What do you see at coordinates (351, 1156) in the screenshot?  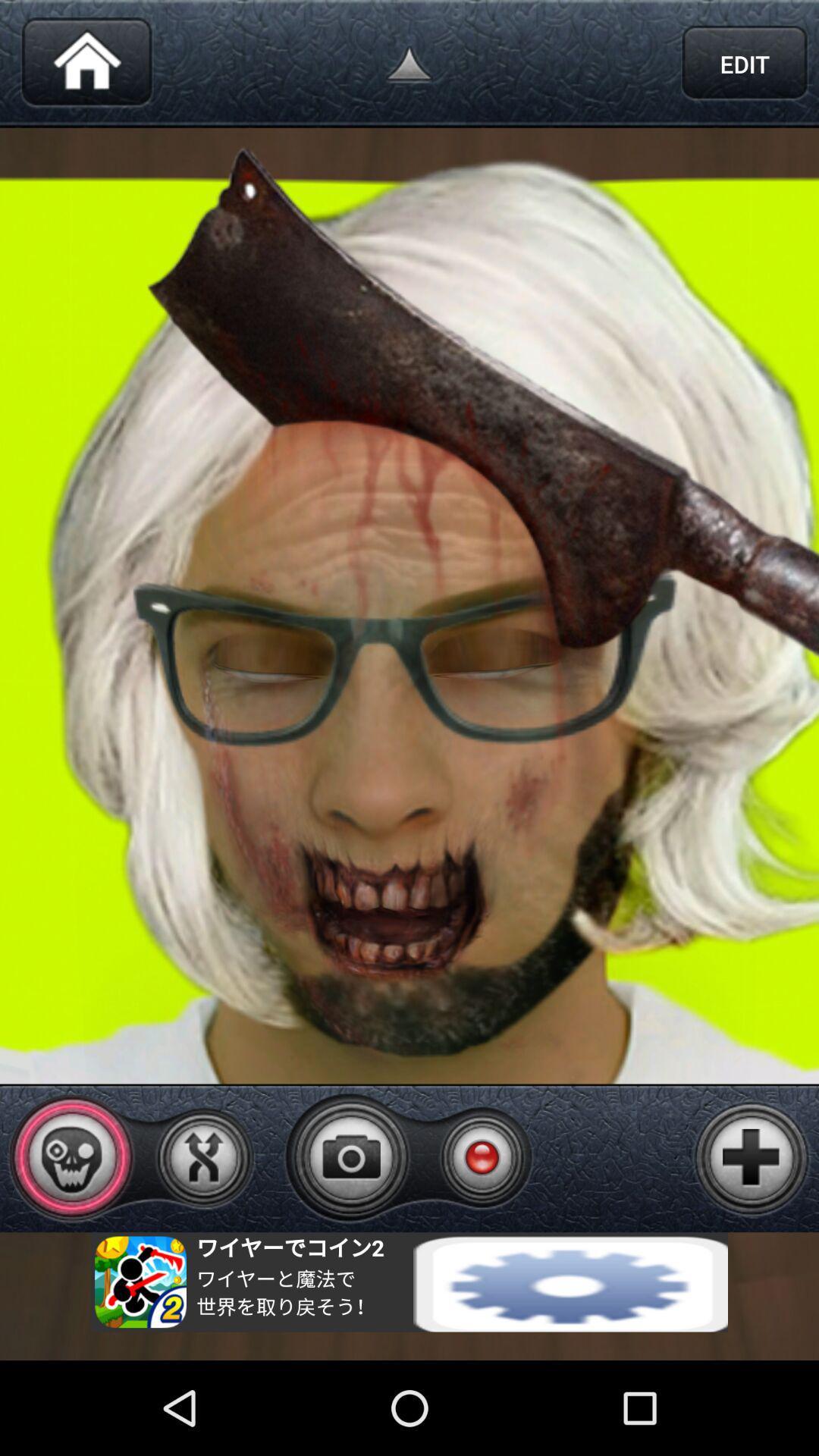 I see `take photo` at bounding box center [351, 1156].